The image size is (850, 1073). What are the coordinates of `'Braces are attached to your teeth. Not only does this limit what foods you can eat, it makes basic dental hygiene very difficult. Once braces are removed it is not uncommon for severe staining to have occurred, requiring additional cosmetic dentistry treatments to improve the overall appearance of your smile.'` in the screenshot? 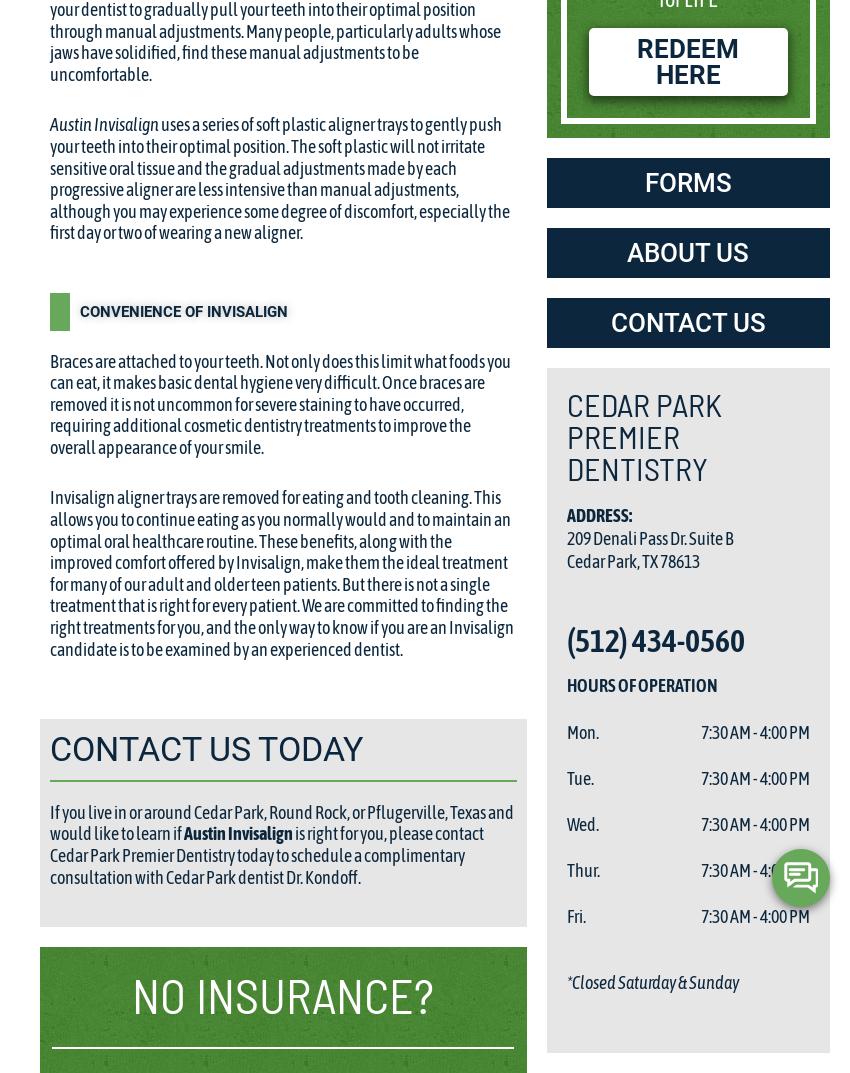 It's located at (279, 402).